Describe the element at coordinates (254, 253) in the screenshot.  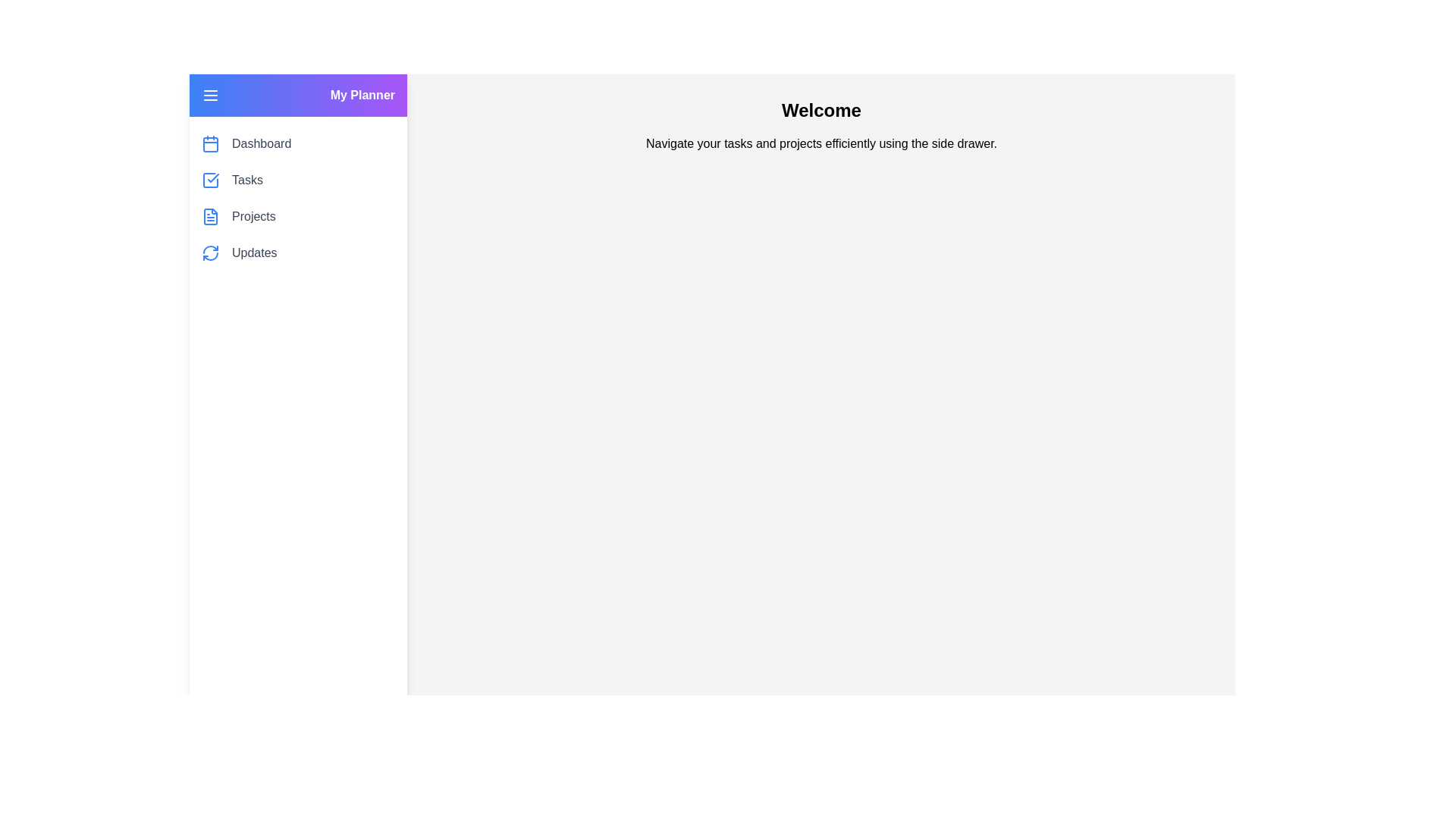
I see `the menu item labeled Updates` at that location.